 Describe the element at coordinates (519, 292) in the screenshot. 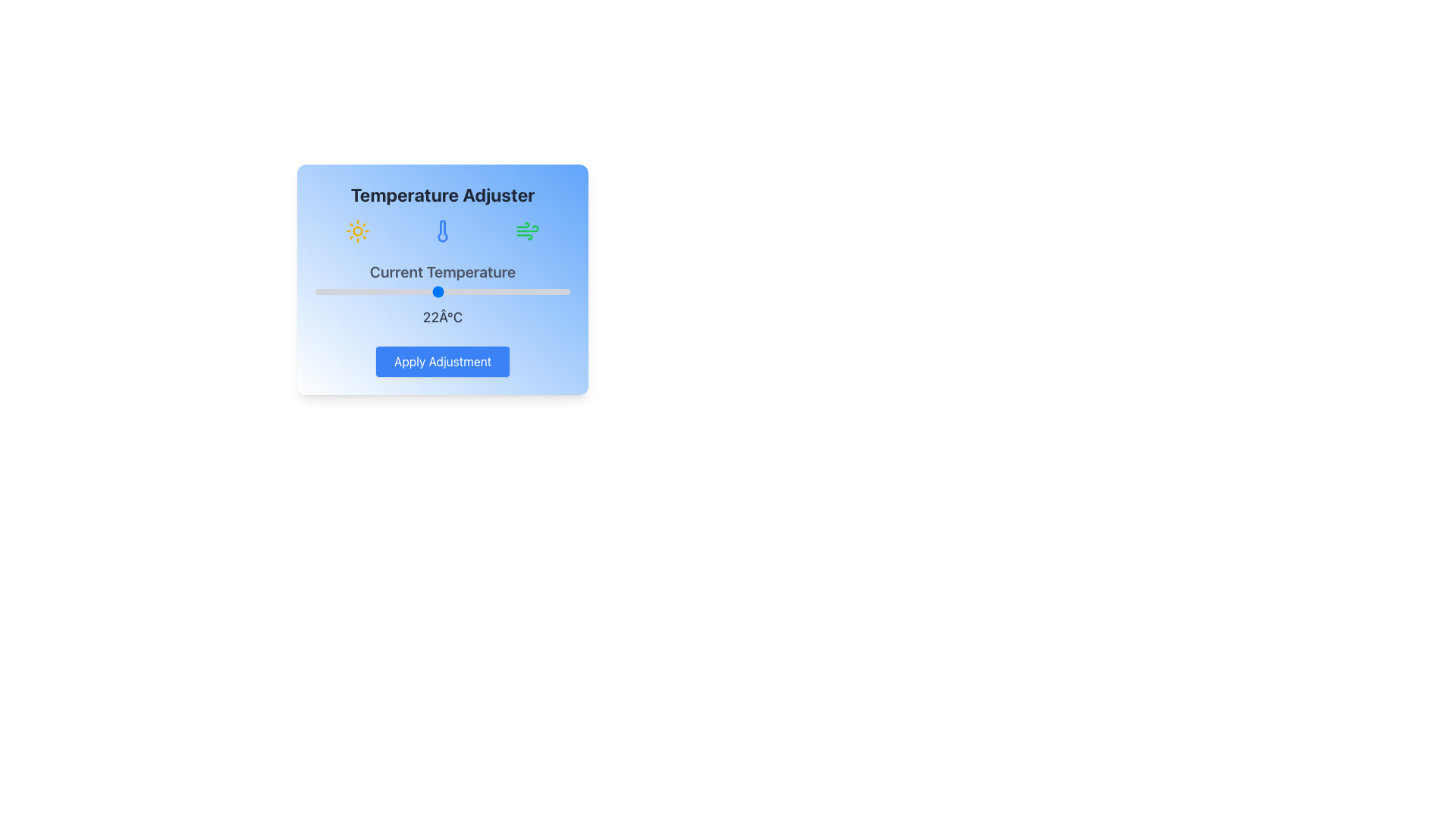

I see `temperature` at that location.